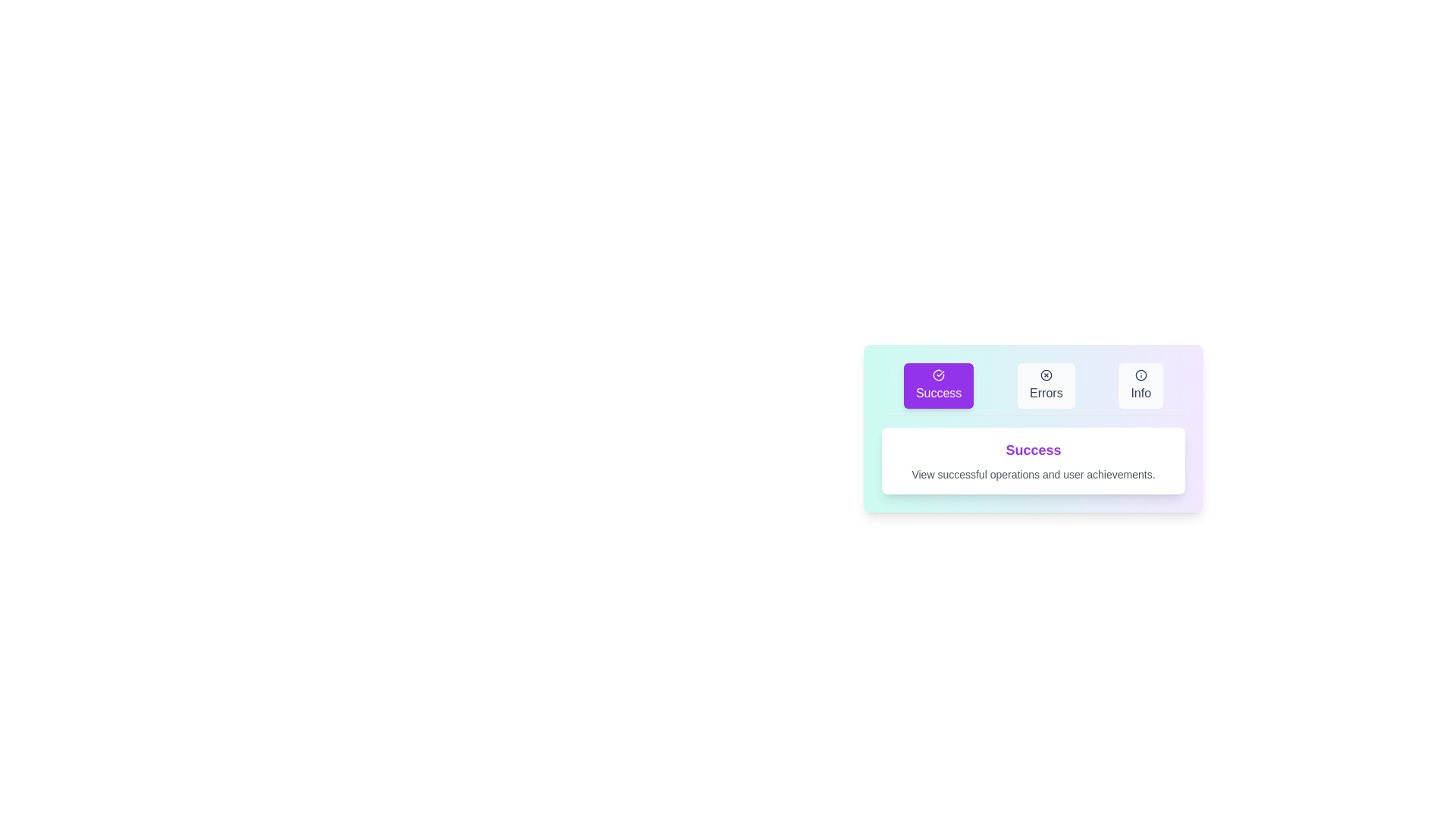  I want to click on the Info tab to activate it, so click(1141, 385).